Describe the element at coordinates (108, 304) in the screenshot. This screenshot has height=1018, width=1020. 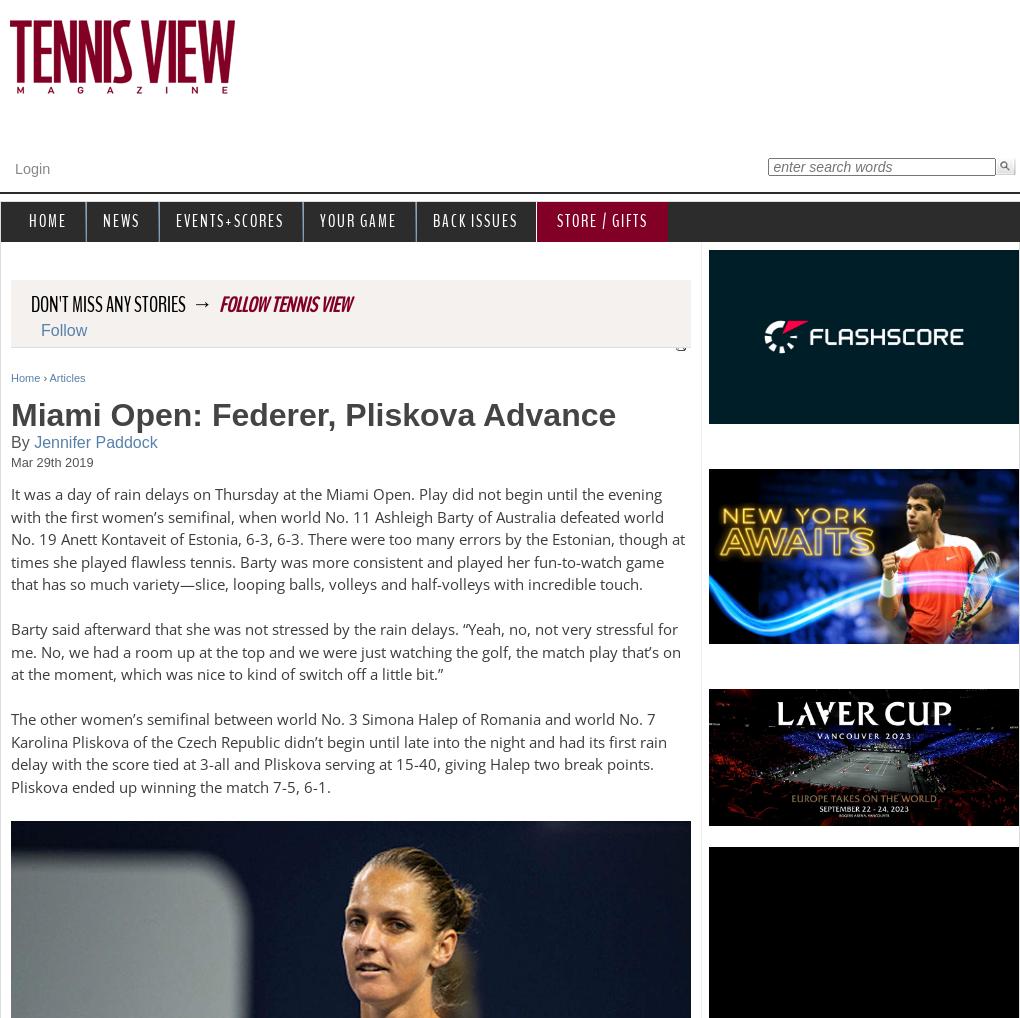
I see `'Don't miss any stories'` at that location.